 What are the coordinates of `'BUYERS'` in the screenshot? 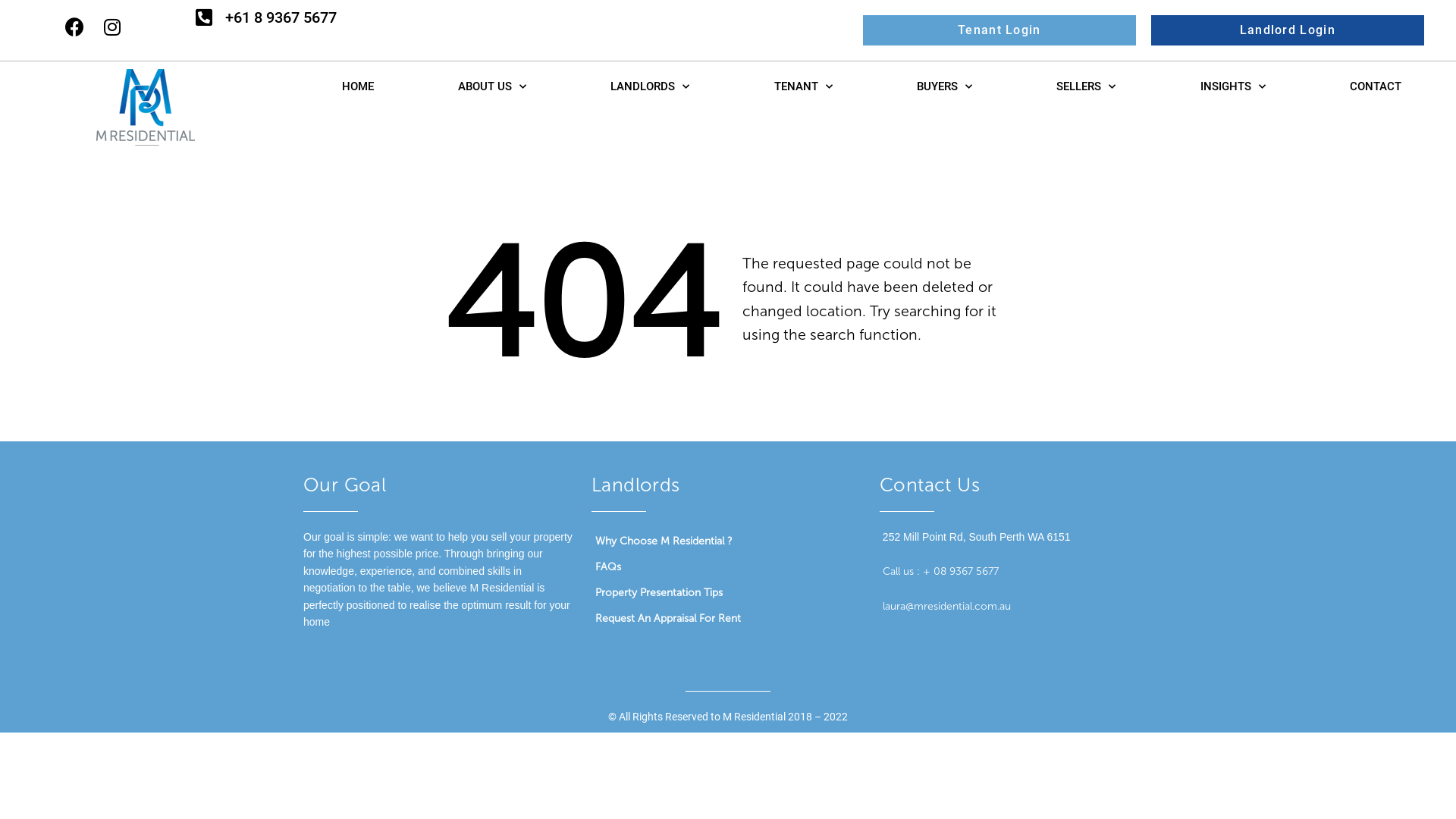 It's located at (874, 86).